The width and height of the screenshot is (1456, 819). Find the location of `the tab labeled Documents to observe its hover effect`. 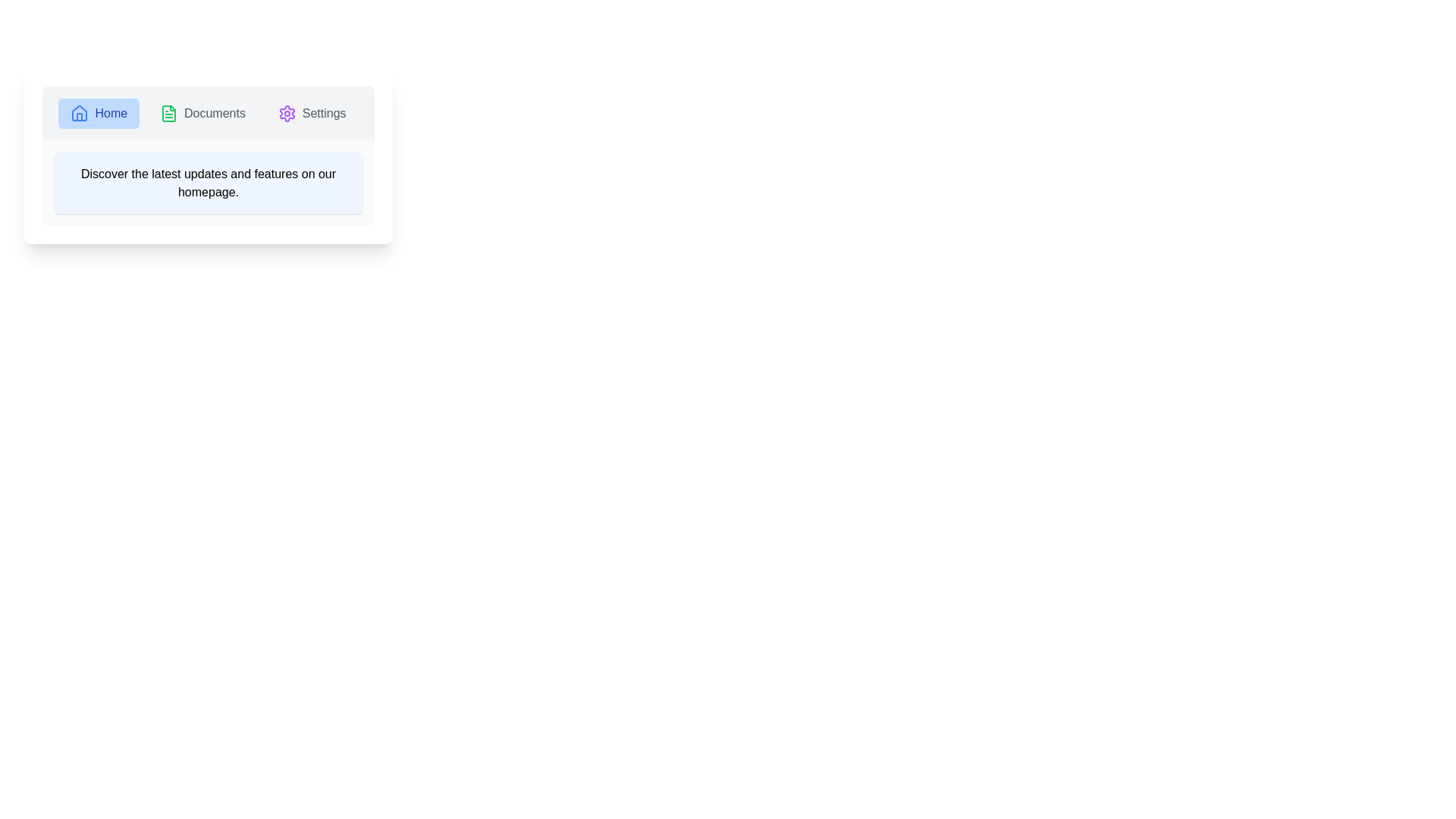

the tab labeled Documents to observe its hover effect is located at coordinates (202, 113).